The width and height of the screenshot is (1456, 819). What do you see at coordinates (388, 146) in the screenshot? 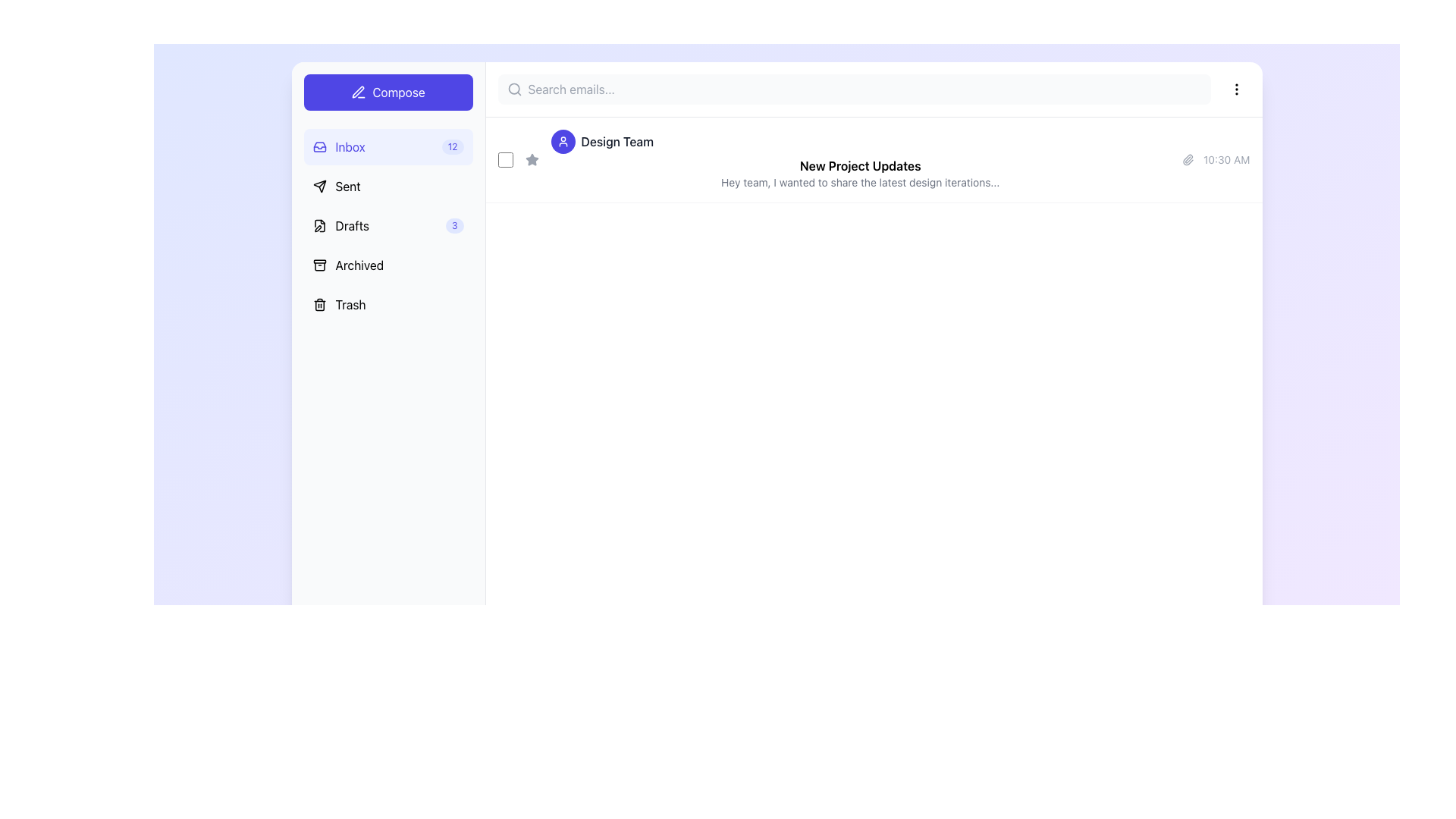
I see `the 'Inbox' button` at bounding box center [388, 146].